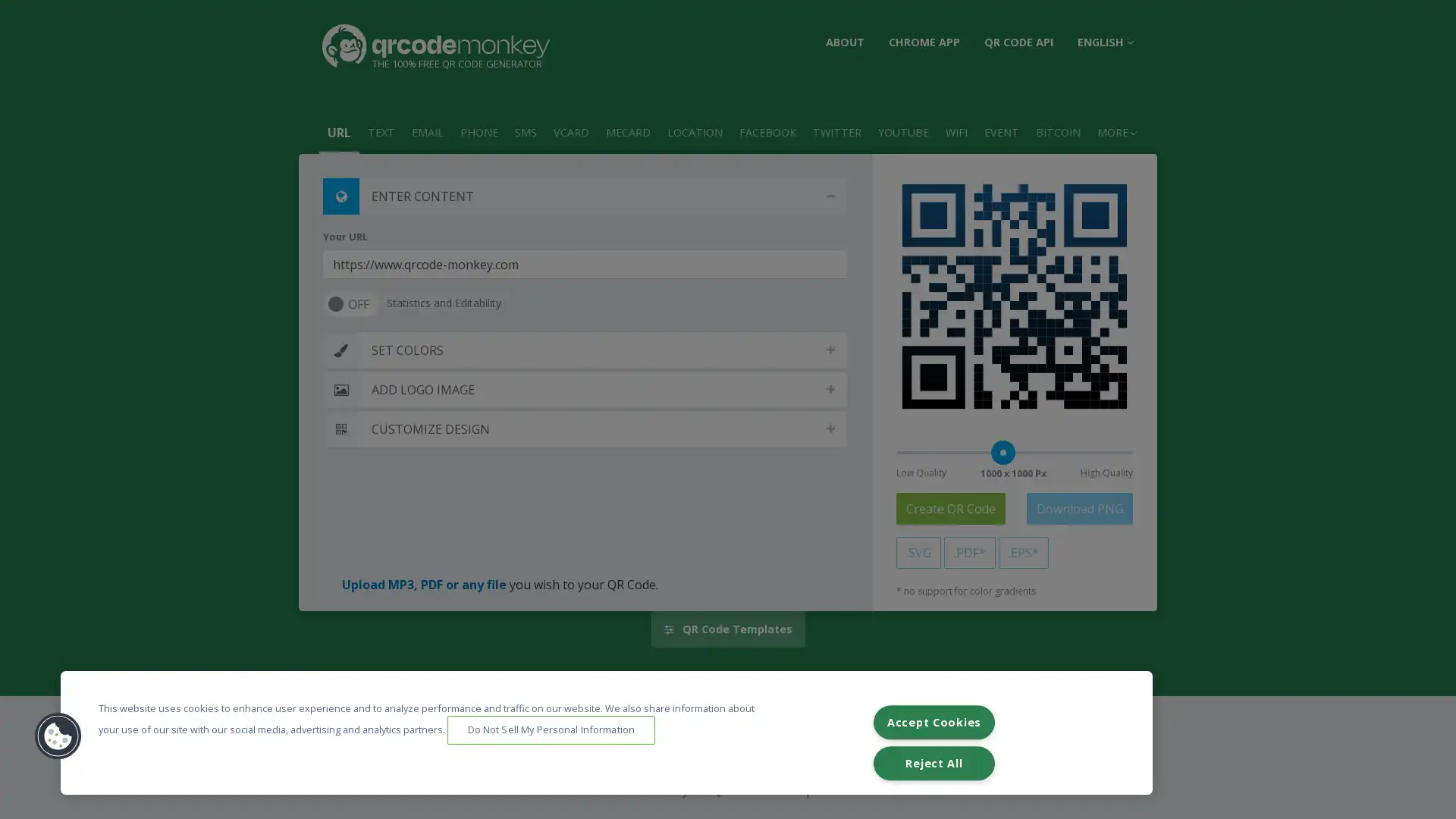  I want to click on Reject All, so click(932, 763).